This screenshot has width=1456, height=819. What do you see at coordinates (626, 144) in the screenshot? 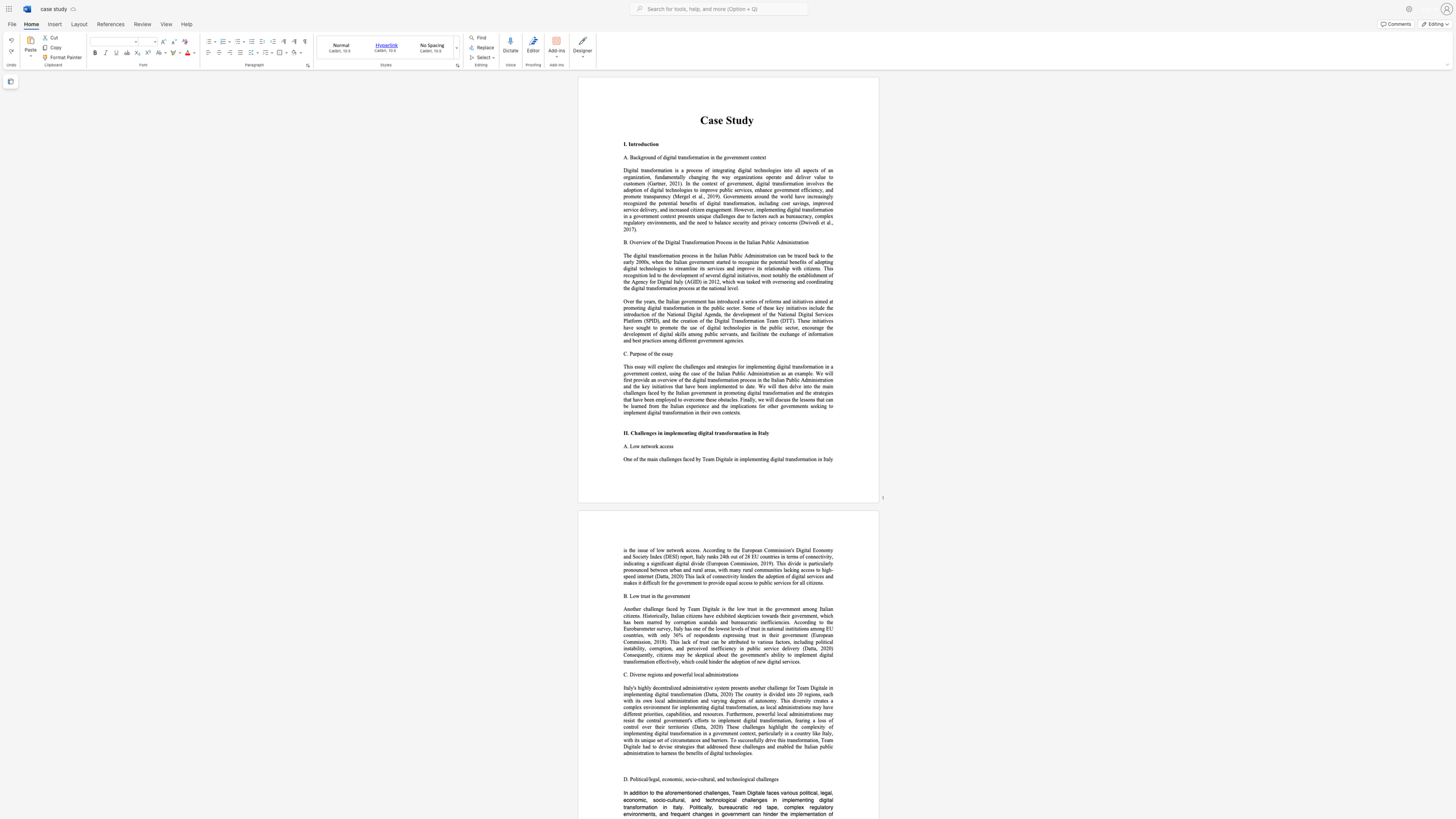
I see `the 1th character "." in the text` at bounding box center [626, 144].